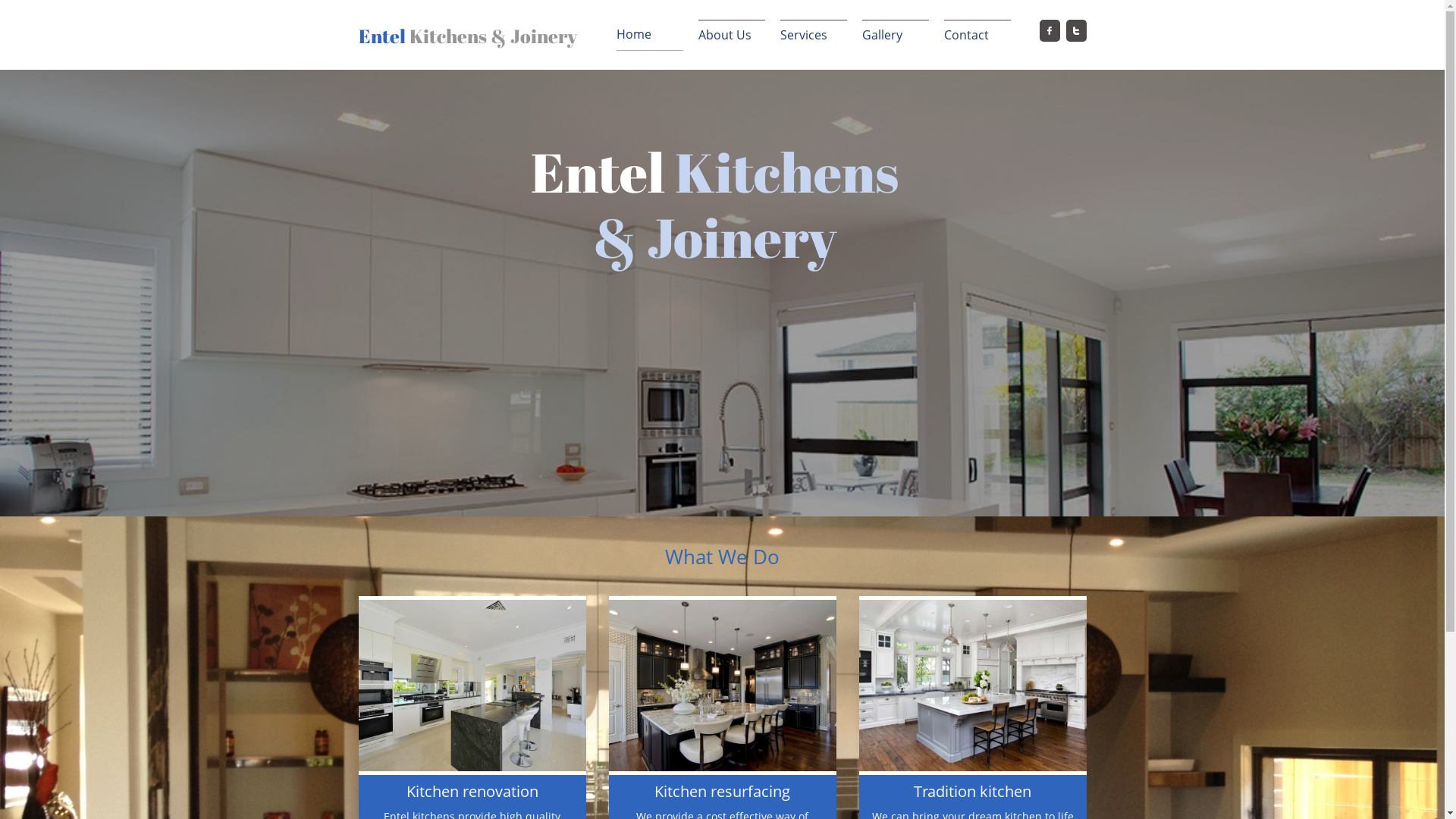 Image resolution: width=1456 pixels, height=819 pixels. Describe the element at coordinates (731, 34) in the screenshot. I see `'About Us'` at that location.